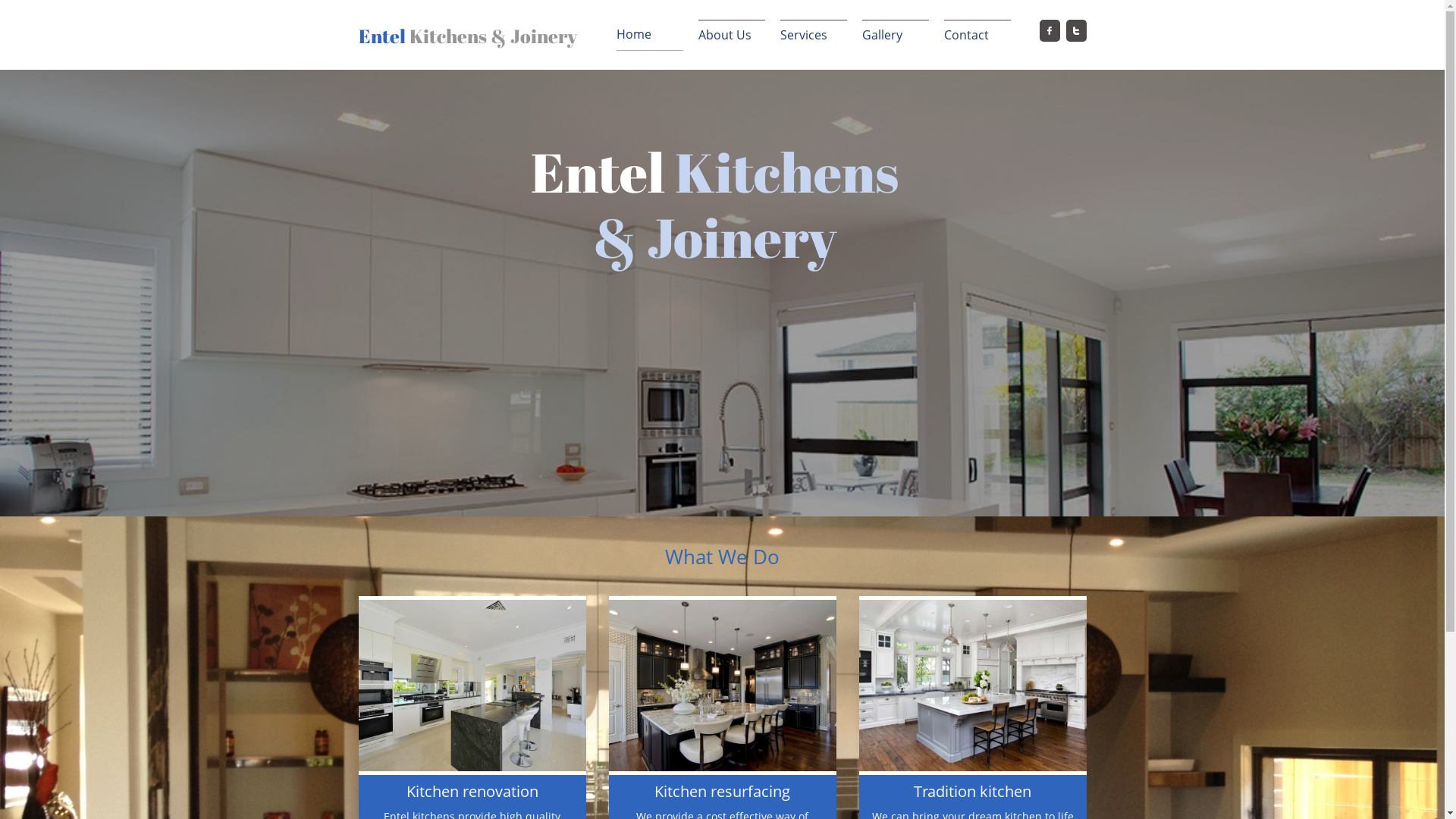 Image resolution: width=1456 pixels, height=819 pixels. Describe the element at coordinates (731, 34) in the screenshot. I see `'About Us'` at that location.